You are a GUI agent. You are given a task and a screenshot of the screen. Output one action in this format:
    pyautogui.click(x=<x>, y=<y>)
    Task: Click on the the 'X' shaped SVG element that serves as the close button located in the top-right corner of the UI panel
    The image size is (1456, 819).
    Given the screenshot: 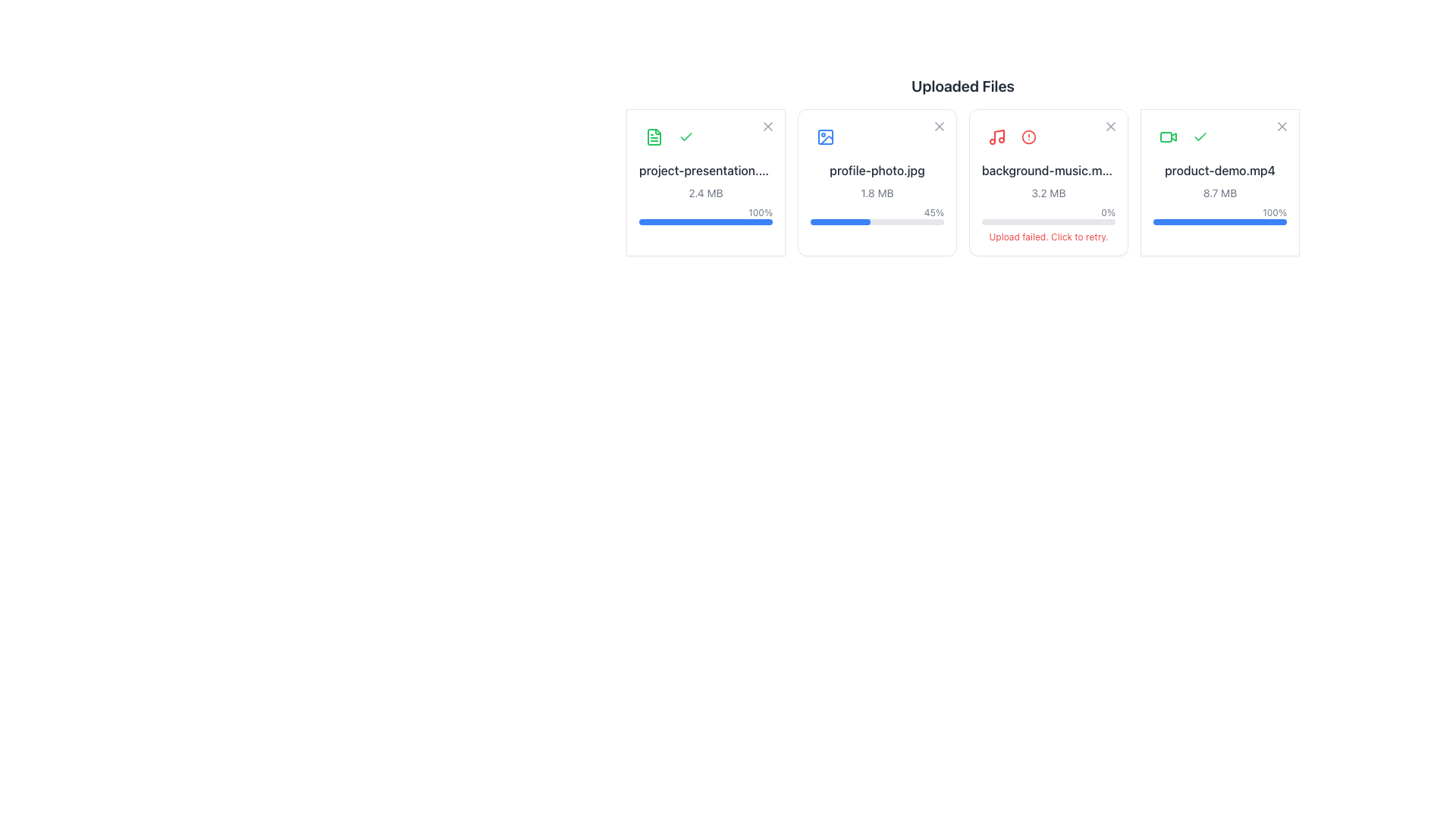 What is the action you would take?
    pyautogui.click(x=1281, y=125)
    